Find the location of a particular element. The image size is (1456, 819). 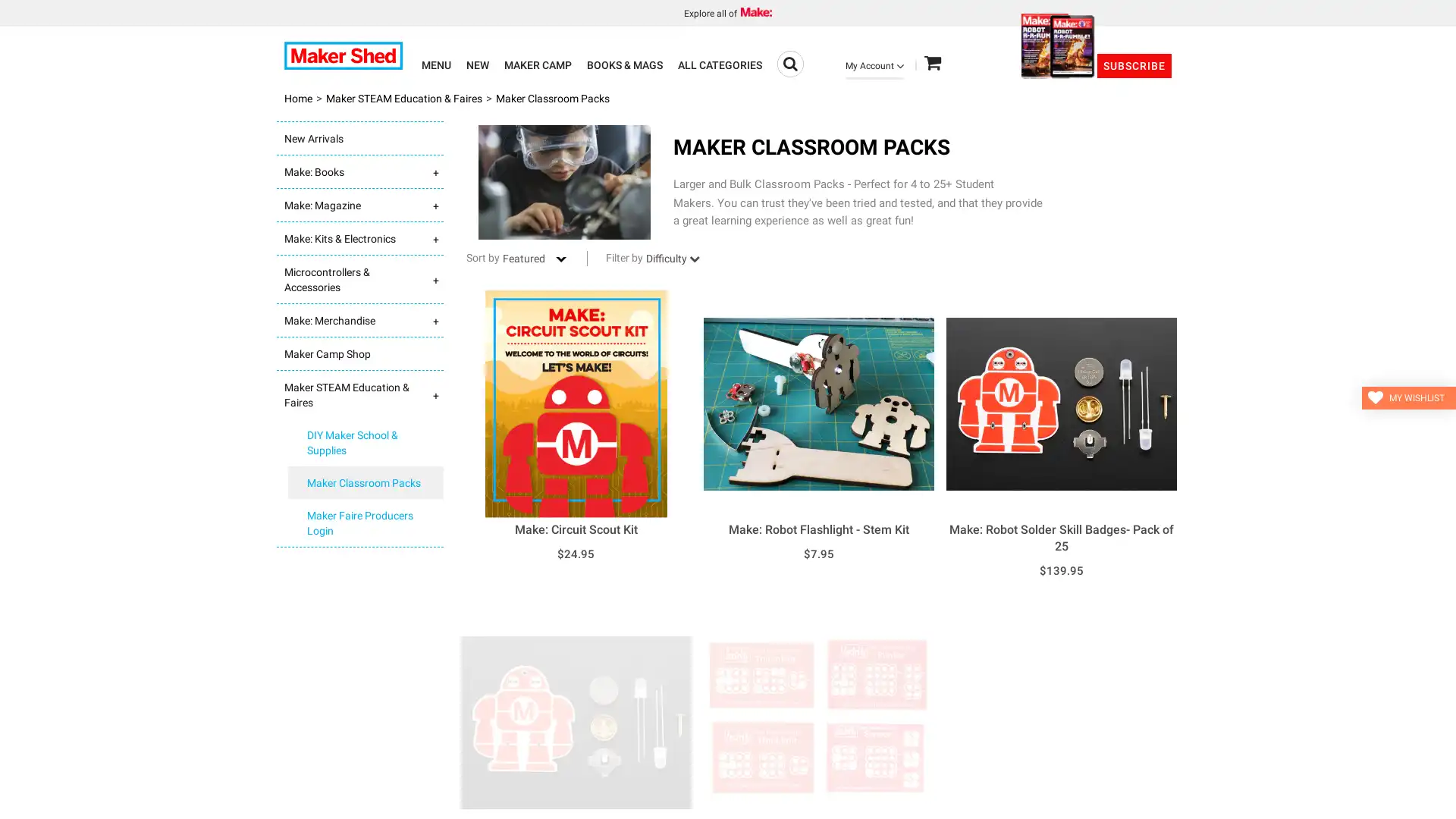

Featured is located at coordinates (534, 257).